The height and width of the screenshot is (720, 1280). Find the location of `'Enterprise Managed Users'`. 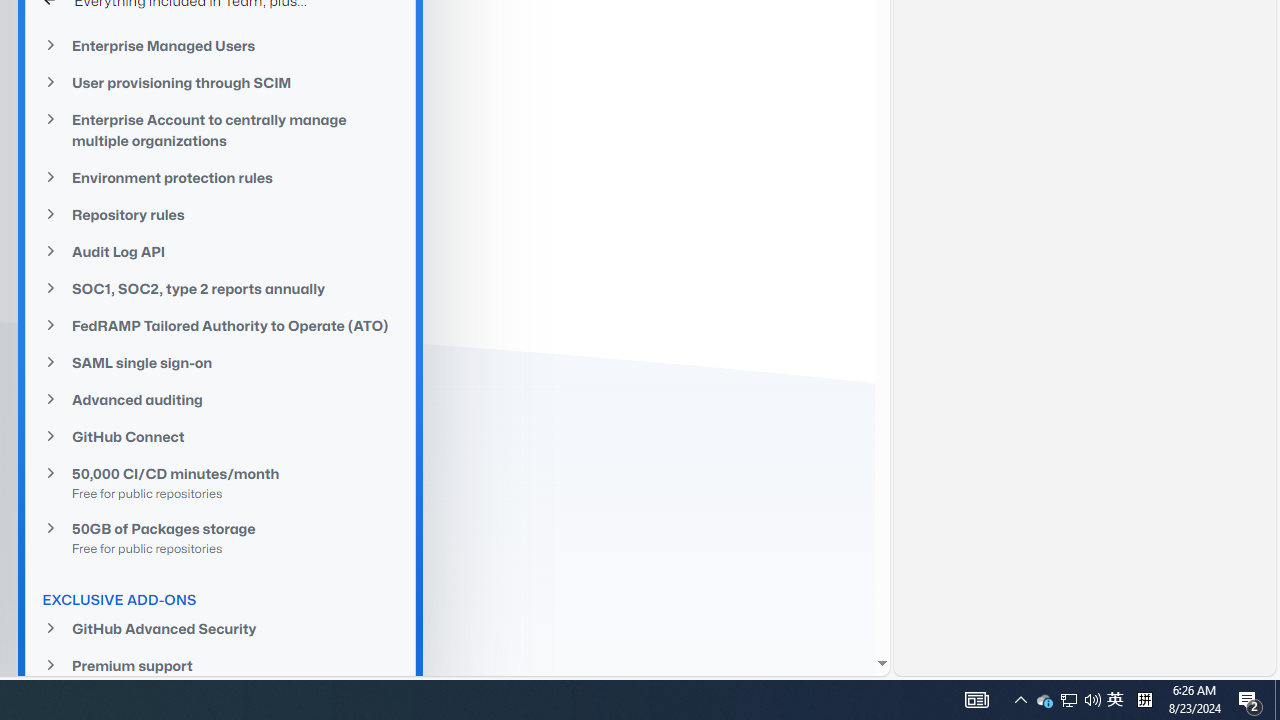

'Enterprise Managed Users' is located at coordinates (220, 45).